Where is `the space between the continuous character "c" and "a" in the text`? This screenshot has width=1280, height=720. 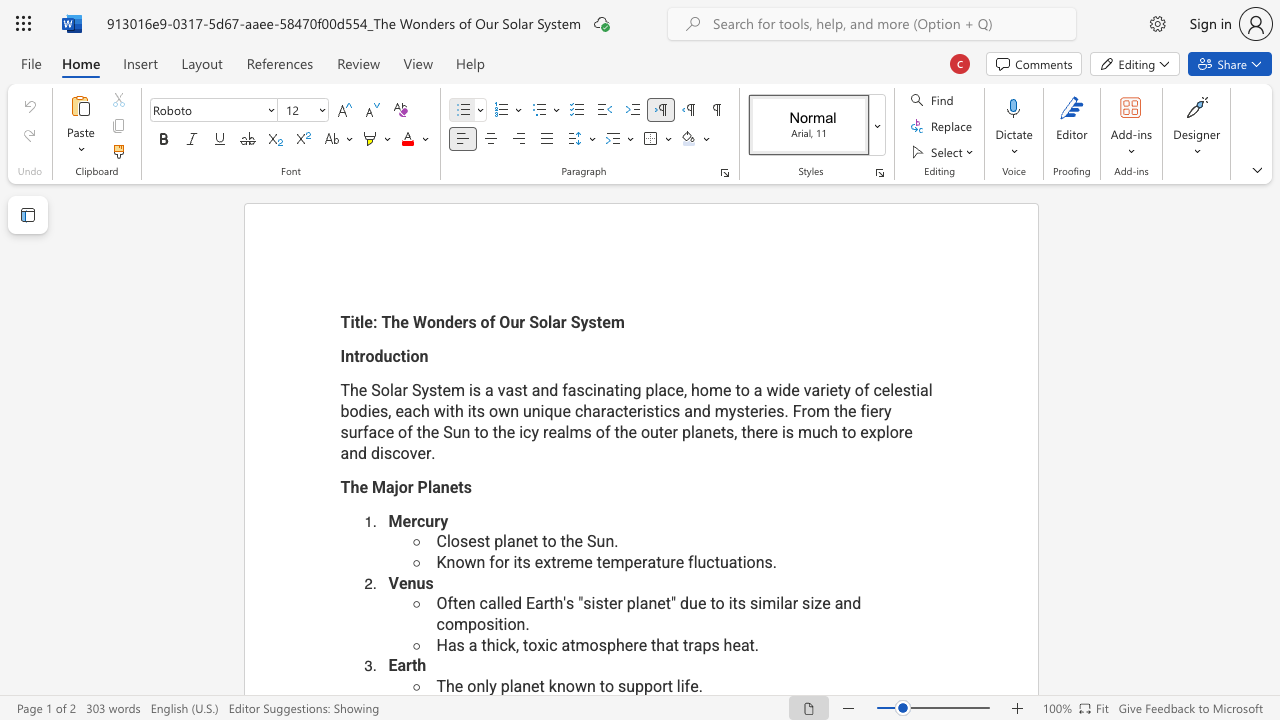 the space between the continuous character "c" and "a" in the text is located at coordinates (488, 602).